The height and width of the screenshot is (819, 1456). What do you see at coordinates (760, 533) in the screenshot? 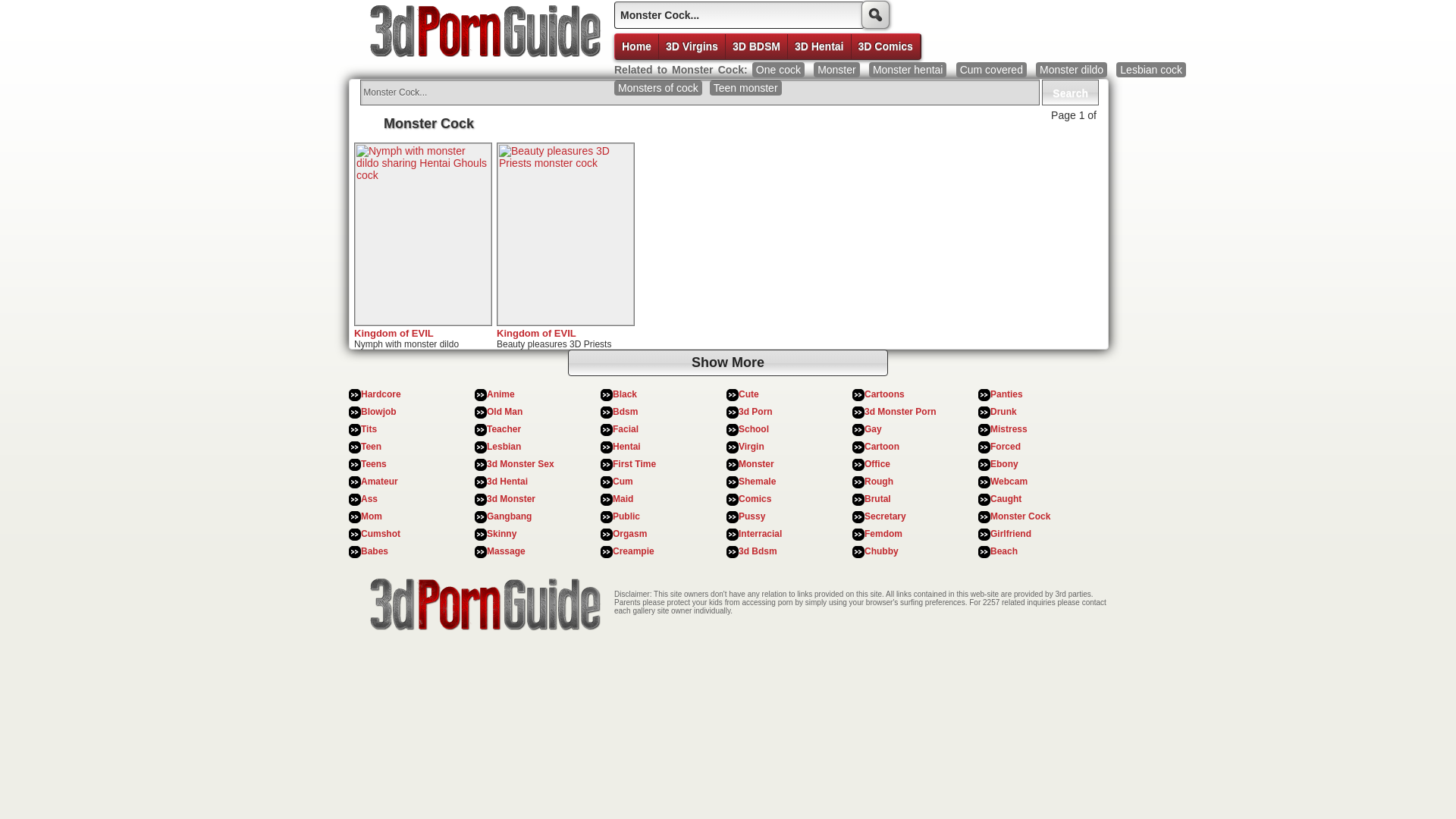
I see `'Interracial'` at bounding box center [760, 533].